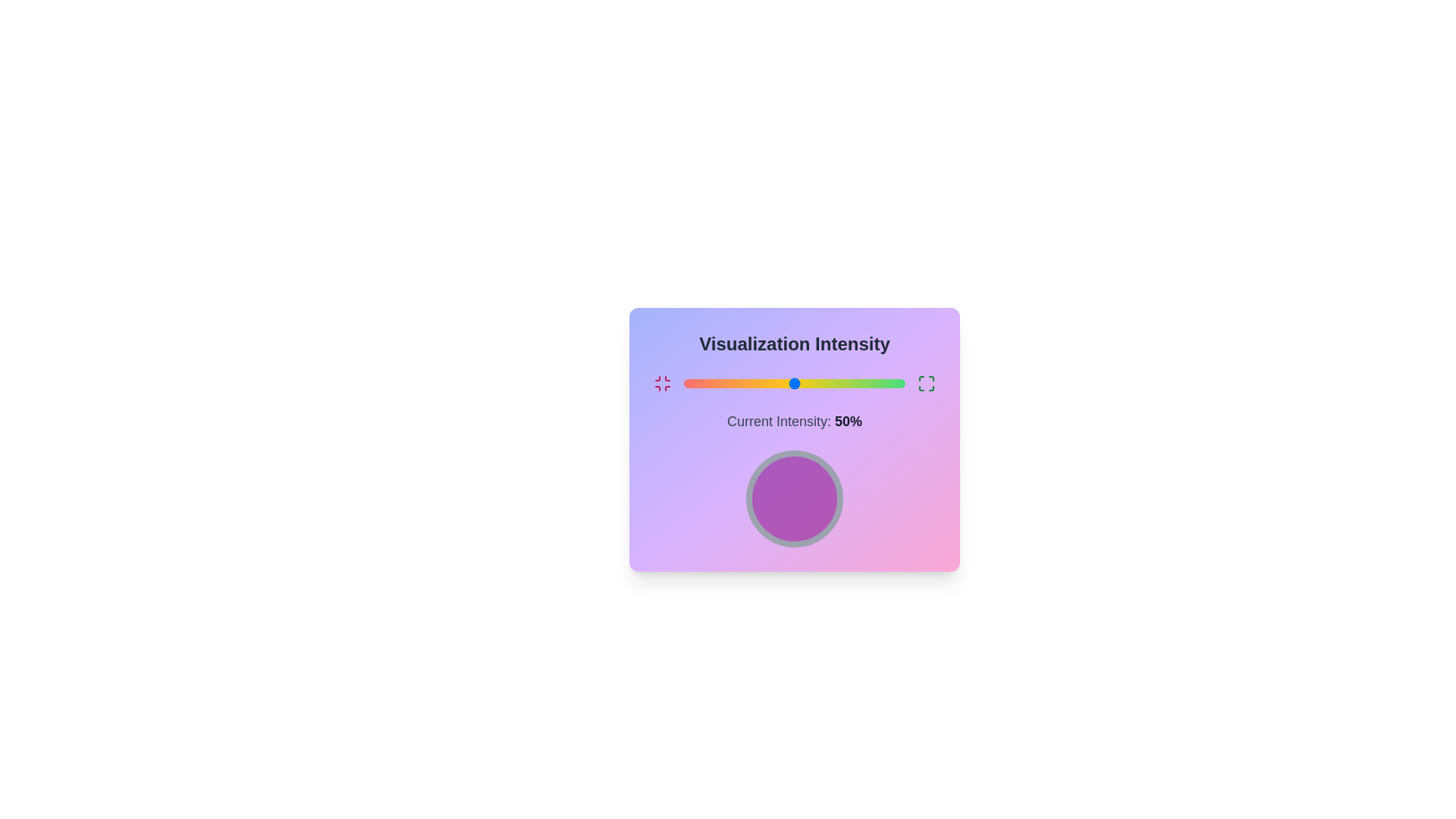 Image resolution: width=1456 pixels, height=819 pixels. Describe the element at coordinates (877, 382) in the screenshot. I see `the slider to set the intensity to 87%` at that location.